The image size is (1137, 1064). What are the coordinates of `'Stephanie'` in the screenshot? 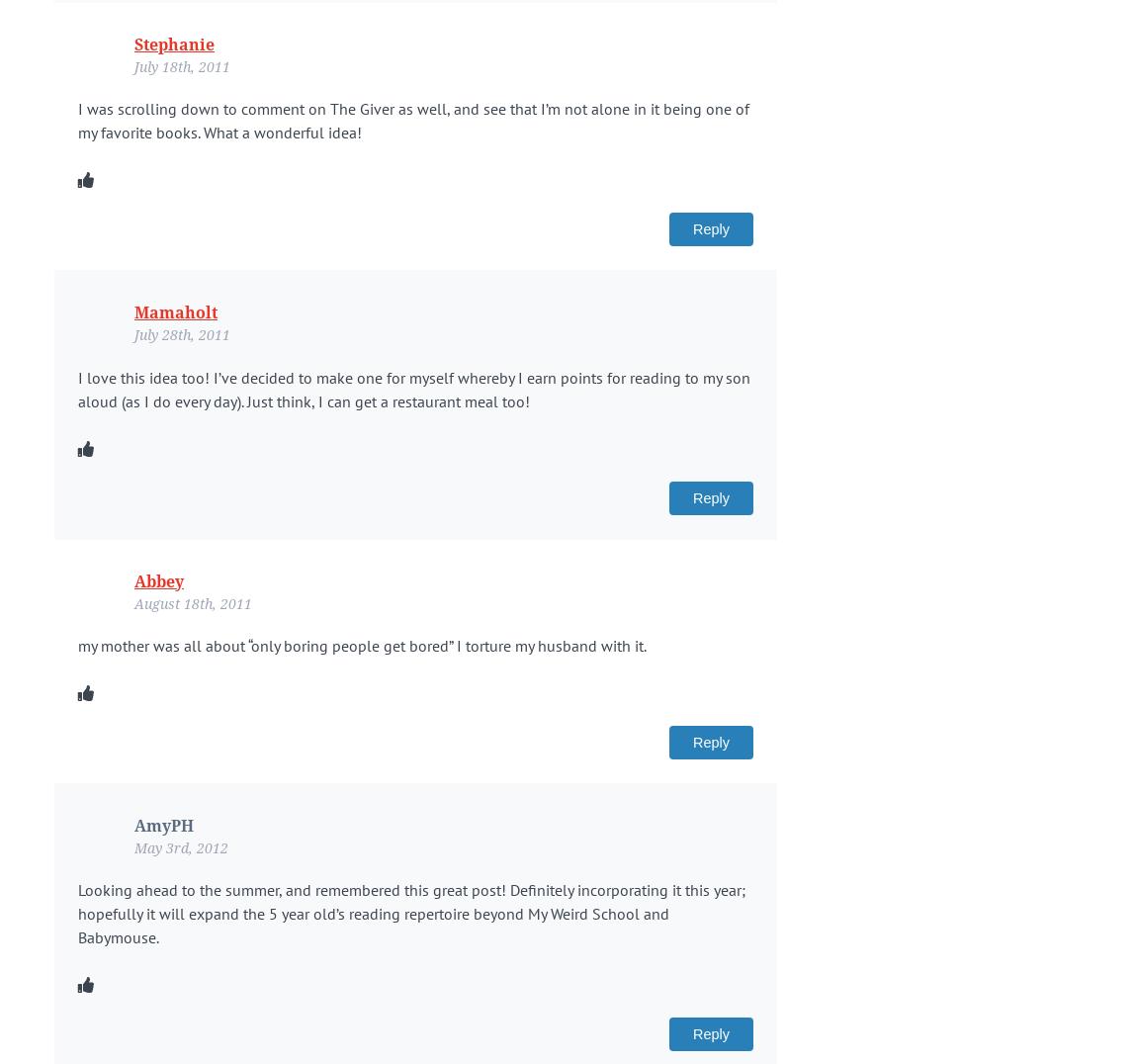 It's located at (133, 43).